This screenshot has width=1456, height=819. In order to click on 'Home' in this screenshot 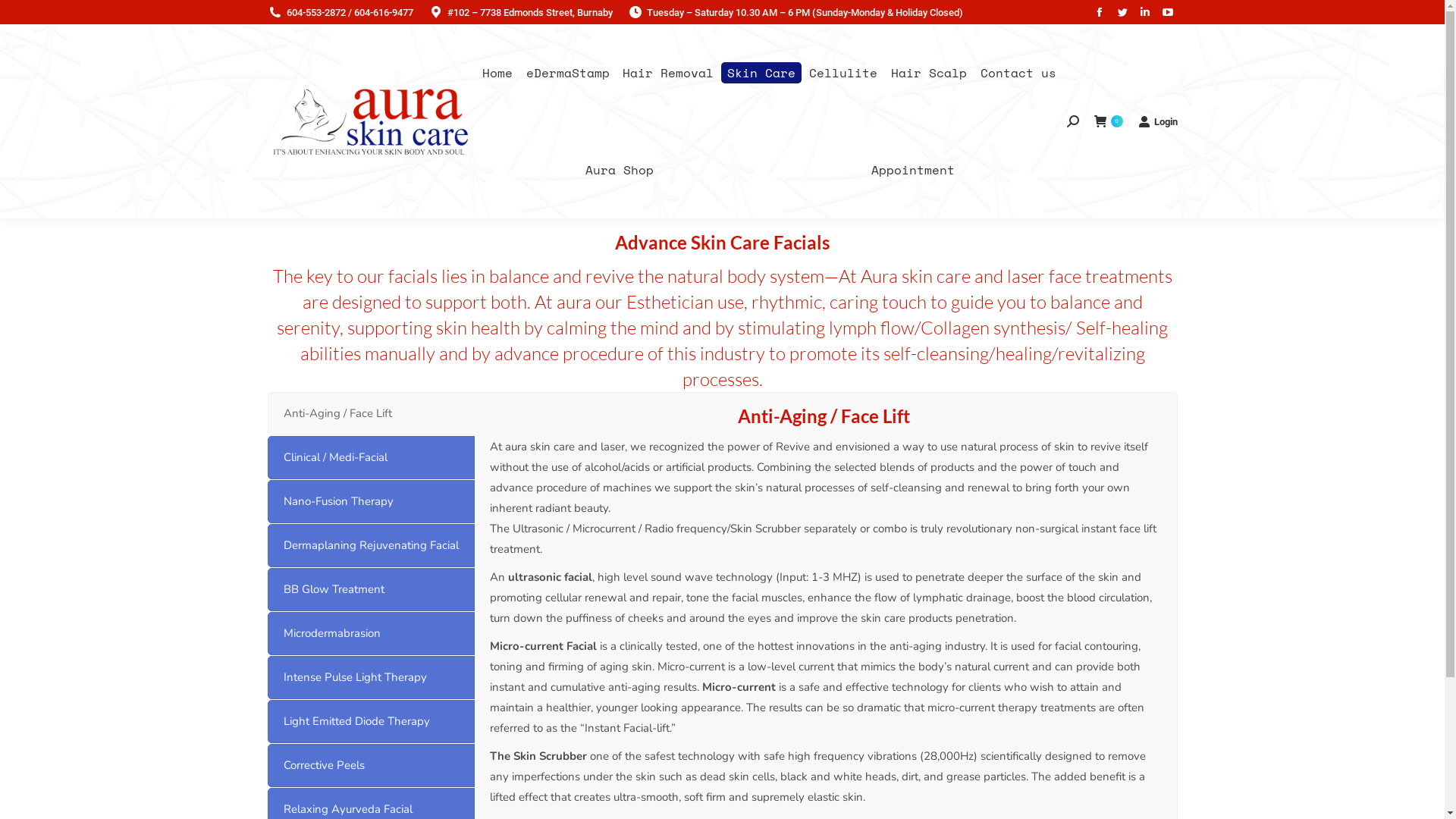, I will do `click(497, 73)`.